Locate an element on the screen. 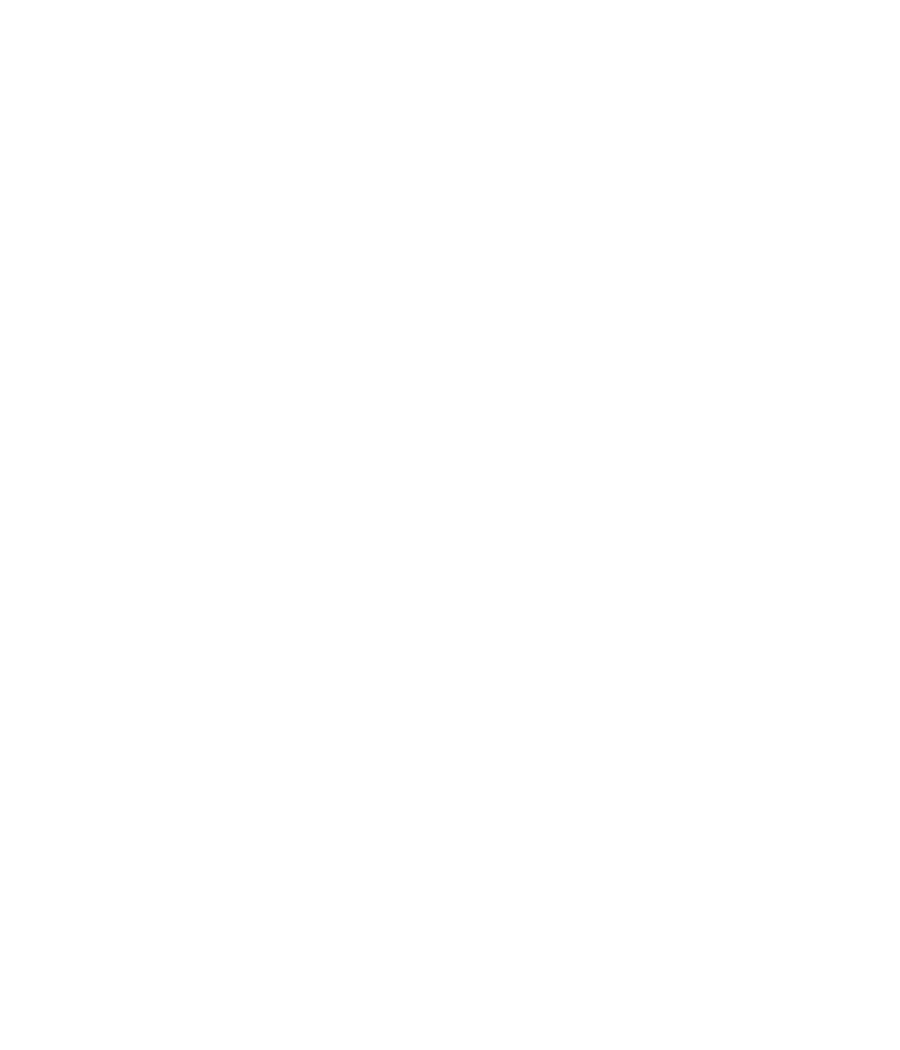 Image resolution: width=900 pixels, height=1050 pixels. 'Audio' is located at coordinates (150, 651).